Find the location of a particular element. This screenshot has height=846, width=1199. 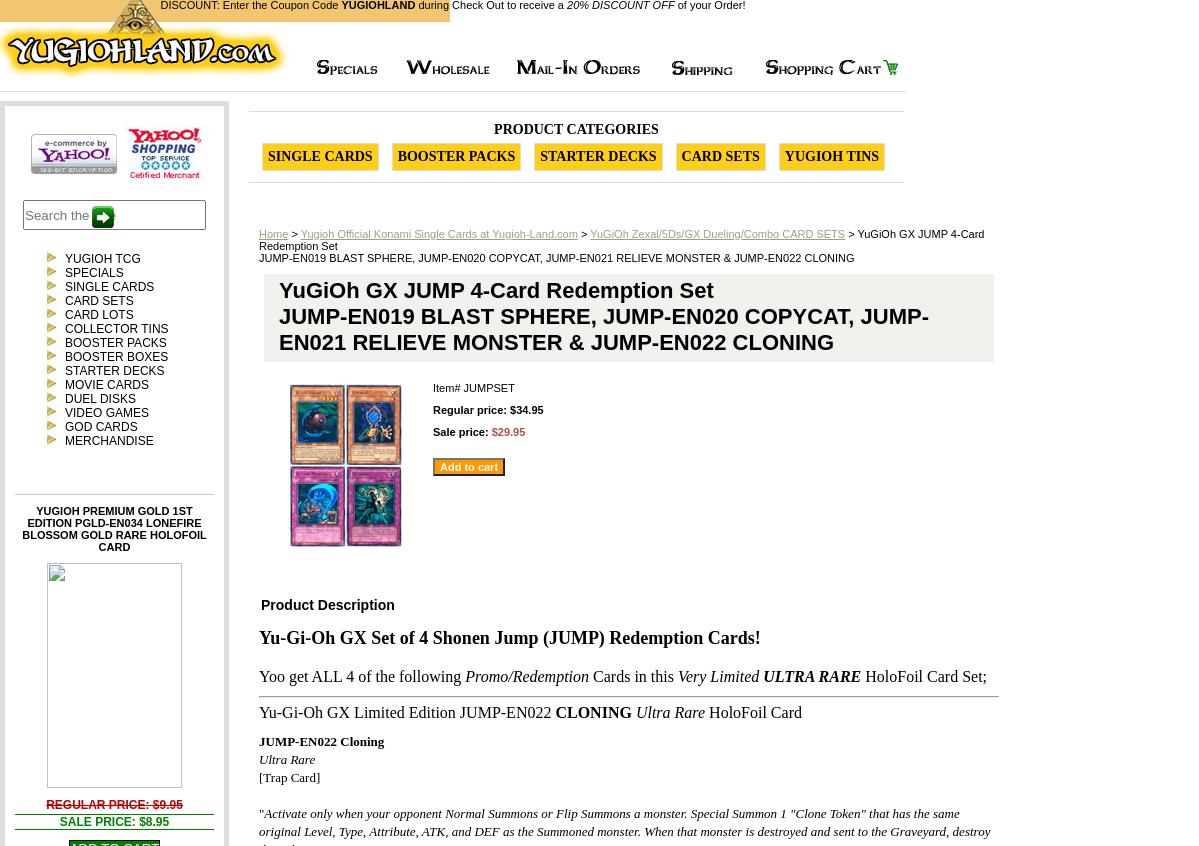

'Yugioh Tins' is located at coordinates (831, 155).